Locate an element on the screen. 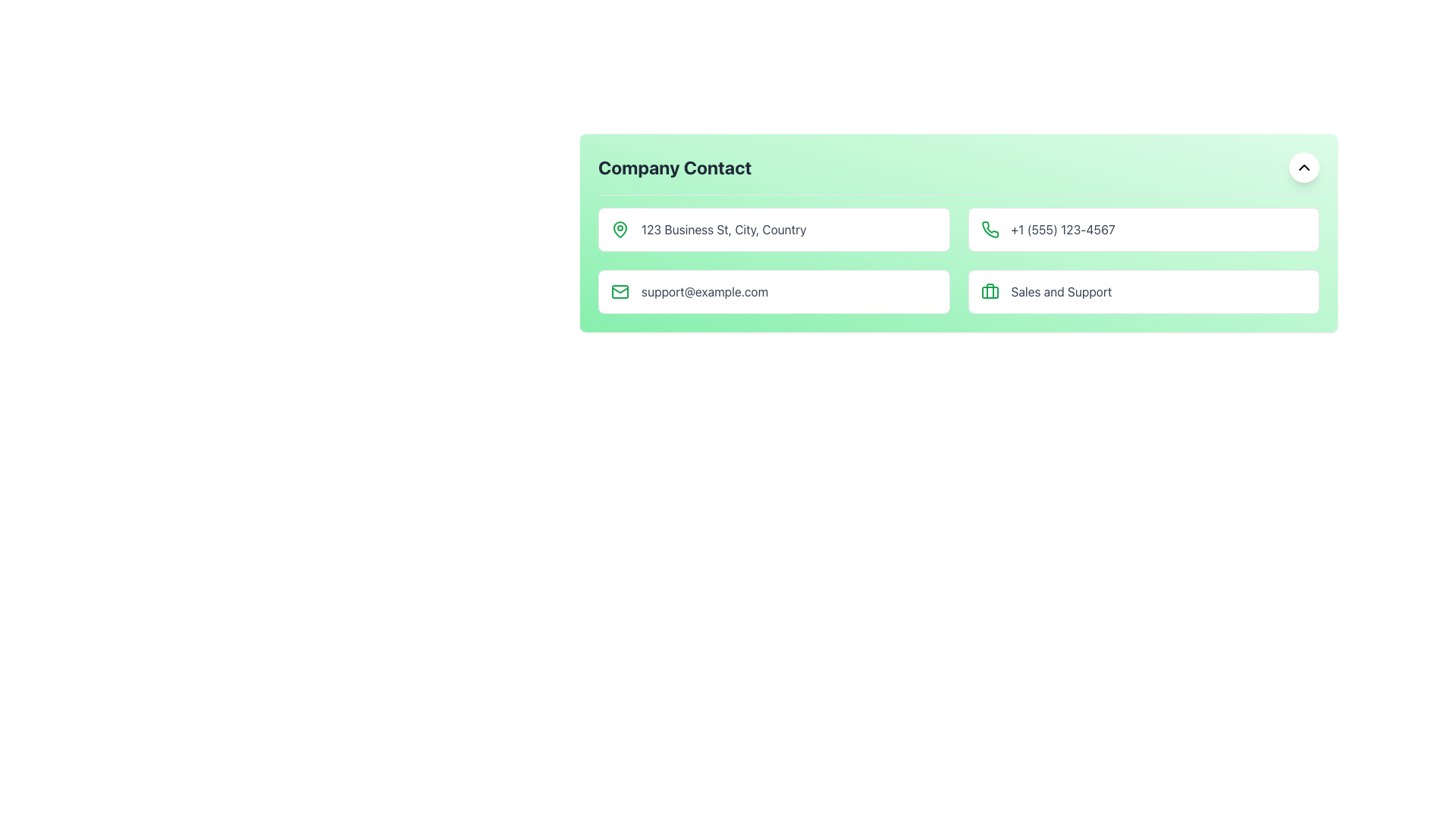 Image resolution: width=1456 pixels, height=819 pixels. the green phone-shaped icon located to the left of the phone number '+1 (555) 123-4567' in the contact details section is located at coordinates (990, 229).